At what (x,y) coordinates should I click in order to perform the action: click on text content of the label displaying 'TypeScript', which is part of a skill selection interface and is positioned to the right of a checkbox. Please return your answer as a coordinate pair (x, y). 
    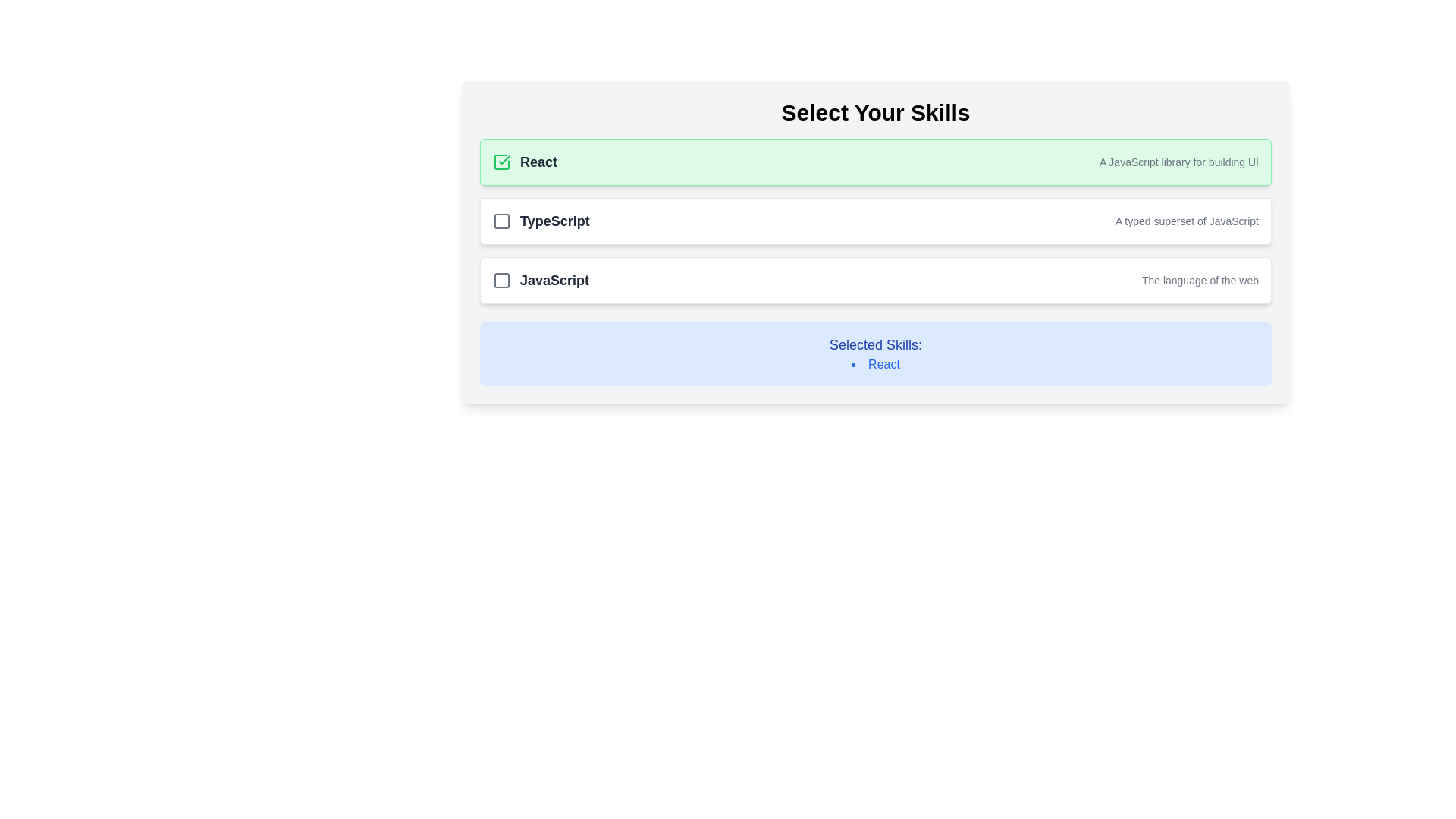
    Looking at the image, I should click on (554, 221).